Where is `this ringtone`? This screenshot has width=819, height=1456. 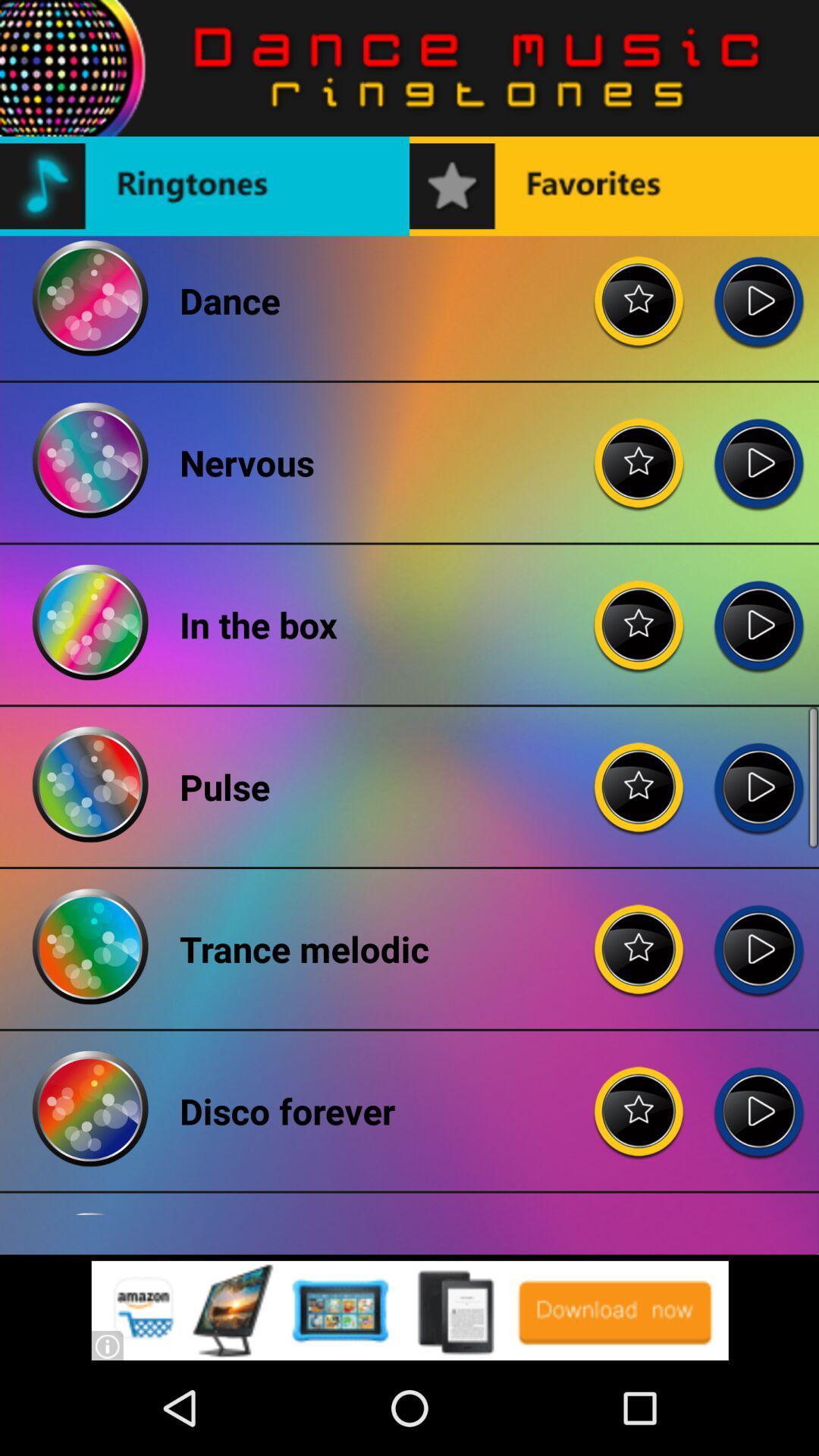 this ringtone is located at coordinates (758, 613).